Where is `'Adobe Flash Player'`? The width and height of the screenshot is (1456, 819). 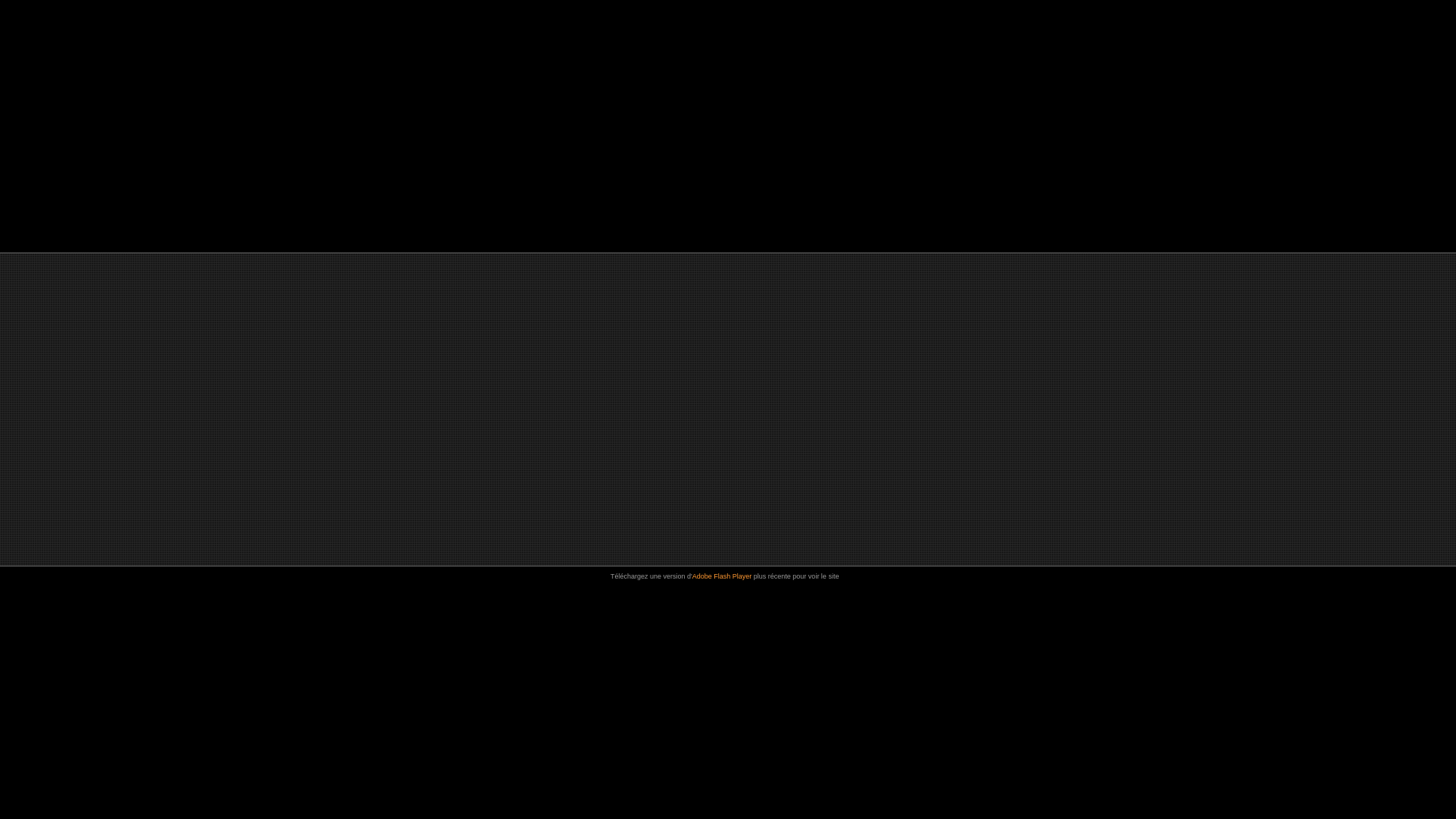 'Adobe Flash Player' is located at coordinates (722, 576).